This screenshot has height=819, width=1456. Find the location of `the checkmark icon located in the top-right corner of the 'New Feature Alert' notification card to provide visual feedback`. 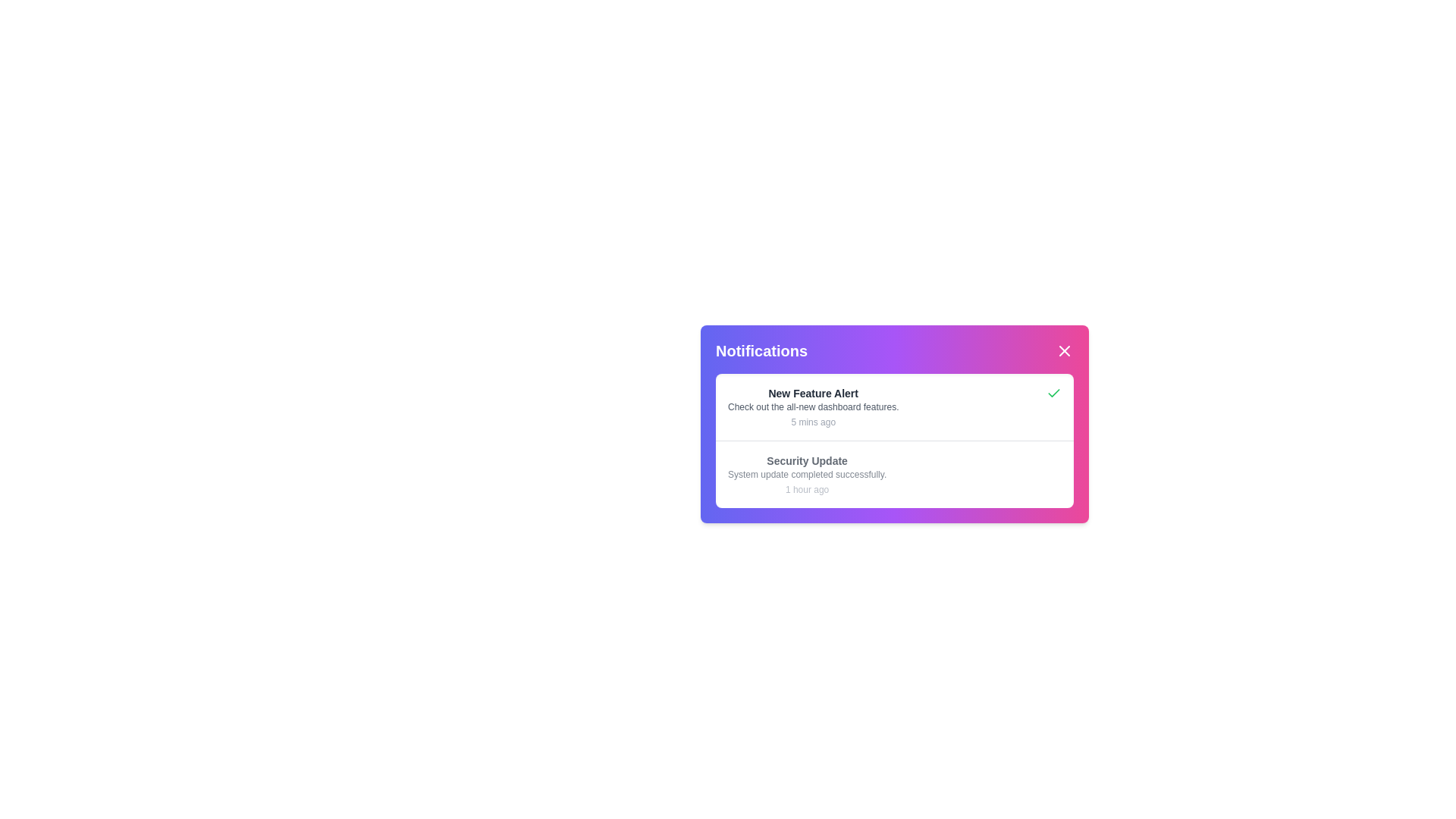

the checkmark icon located in the top-right corner of the 'New Feature Alert' notification card to provide visual feedback is located at coordinates (1053, 393).